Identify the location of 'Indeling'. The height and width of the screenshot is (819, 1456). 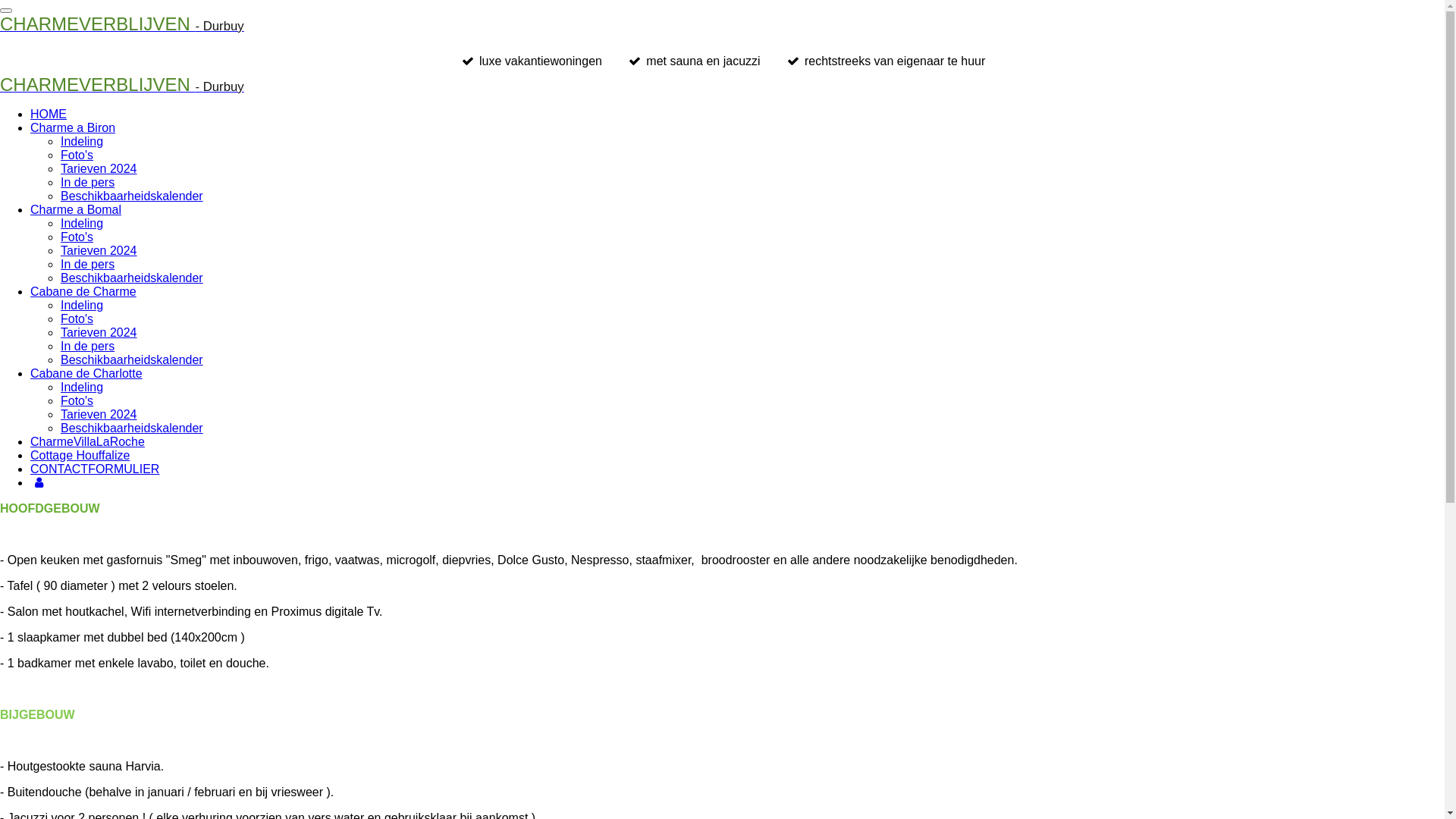
(80, 223).